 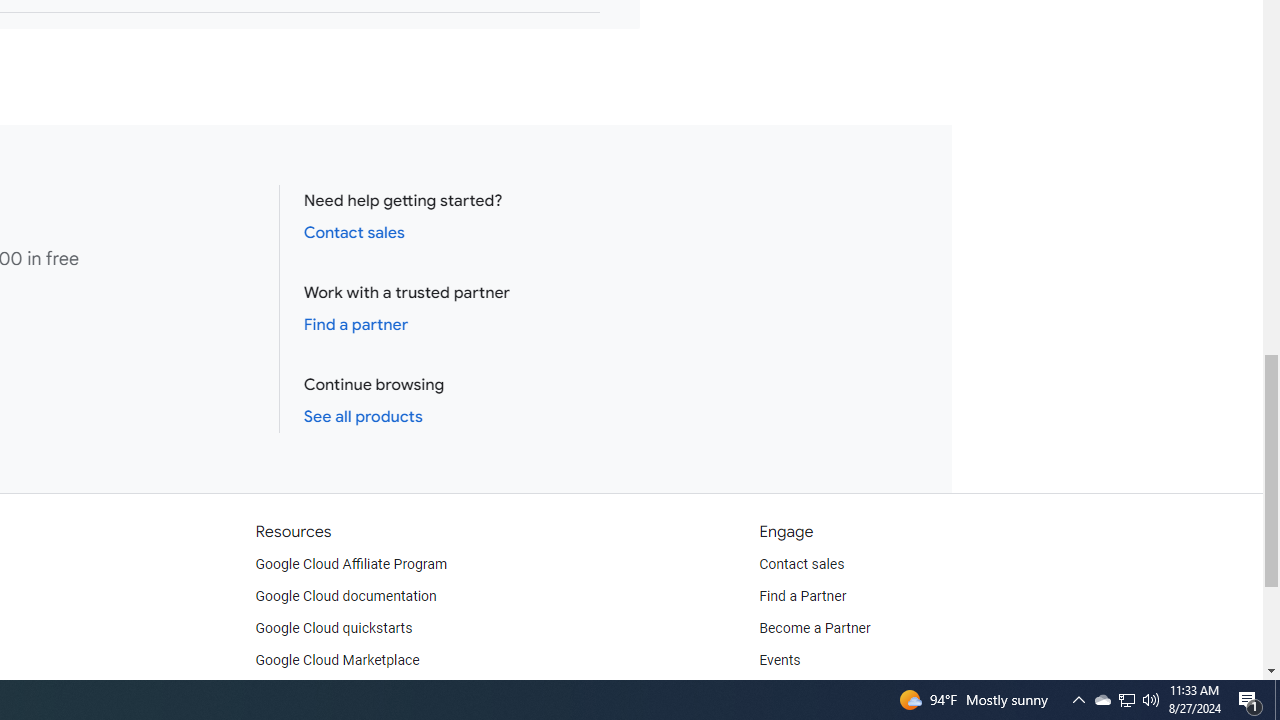 What do you see at coordinates (356, 323) in the screenshot?
I see `'Find a partner'` at bounding box center [356, 323].